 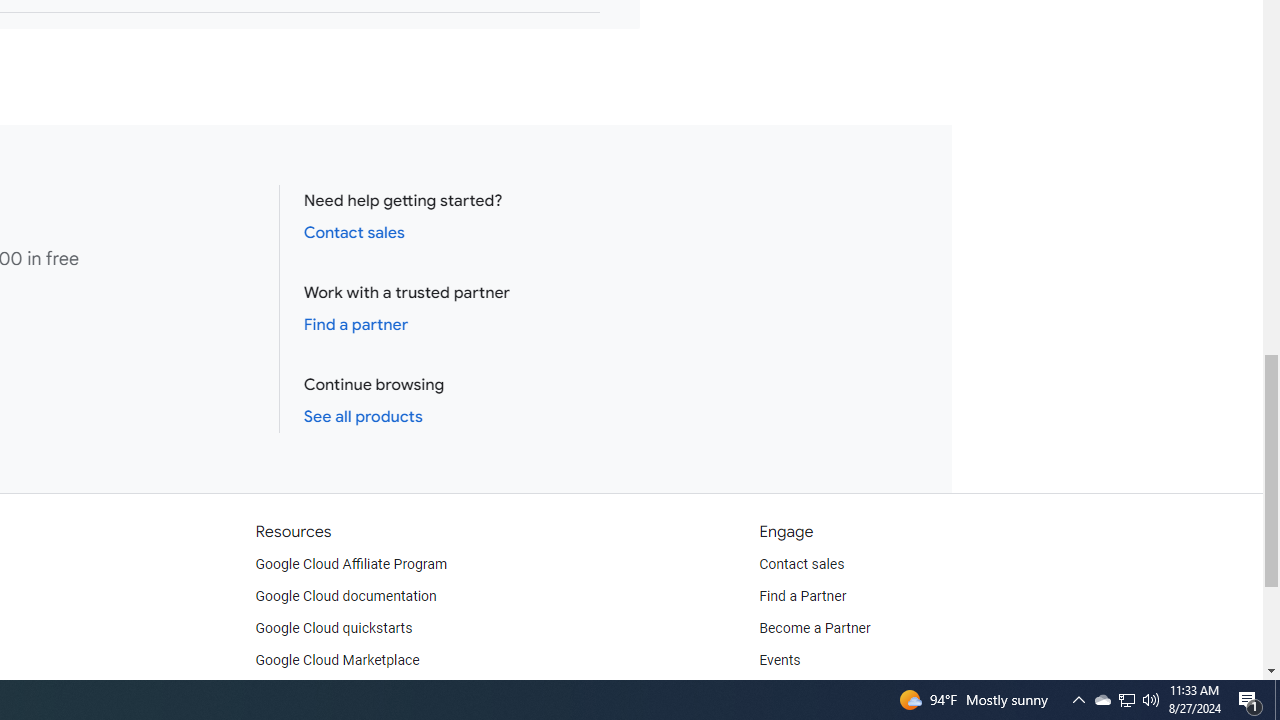 What do you see at coordinates (356, 323) in the screenshot?
I see `'Find a partner'` at bounding box center [356, 323].